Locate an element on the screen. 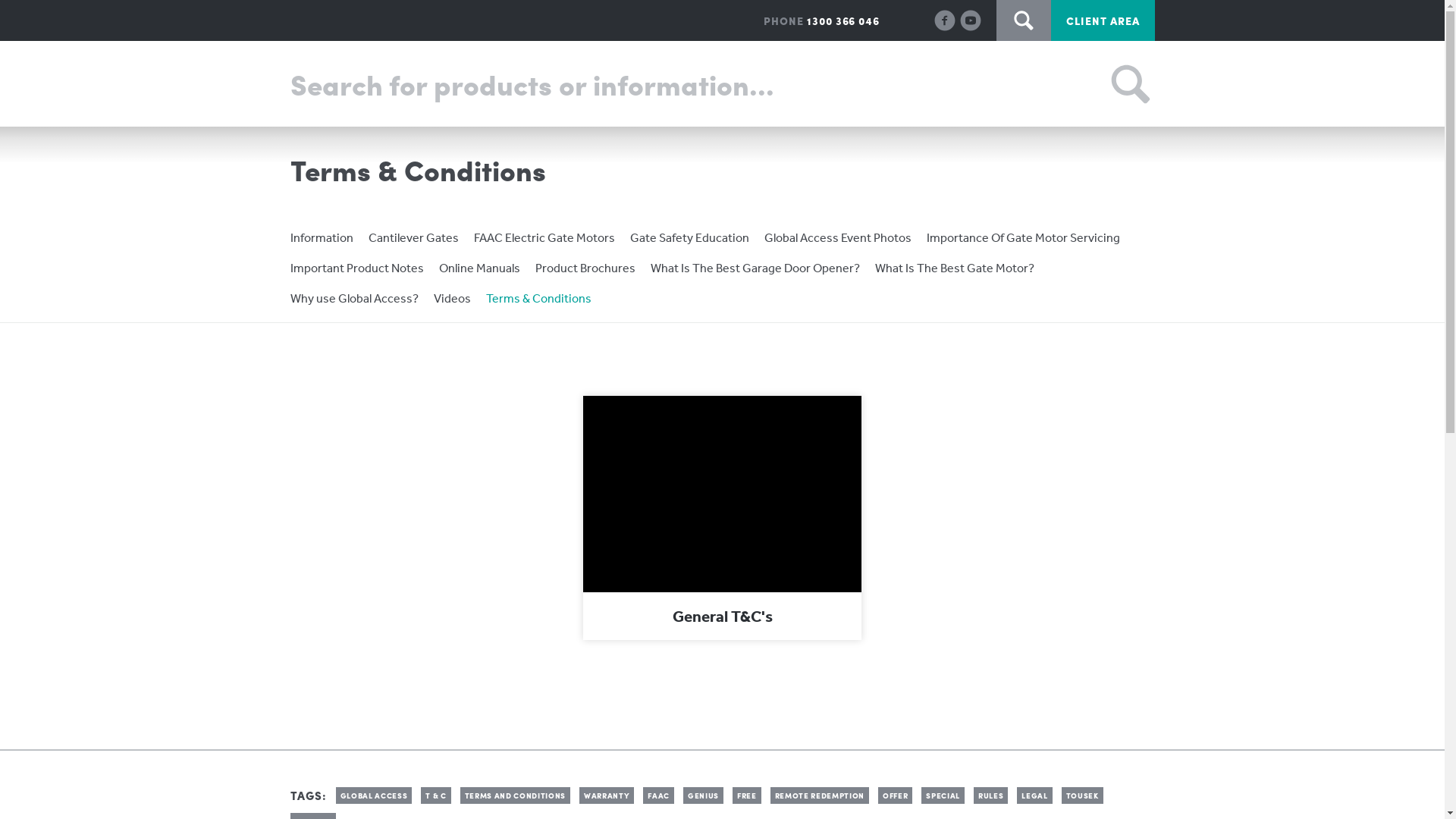 The image size is (1456, 819). 'BRANDS' is located at coordinates (628, 84).